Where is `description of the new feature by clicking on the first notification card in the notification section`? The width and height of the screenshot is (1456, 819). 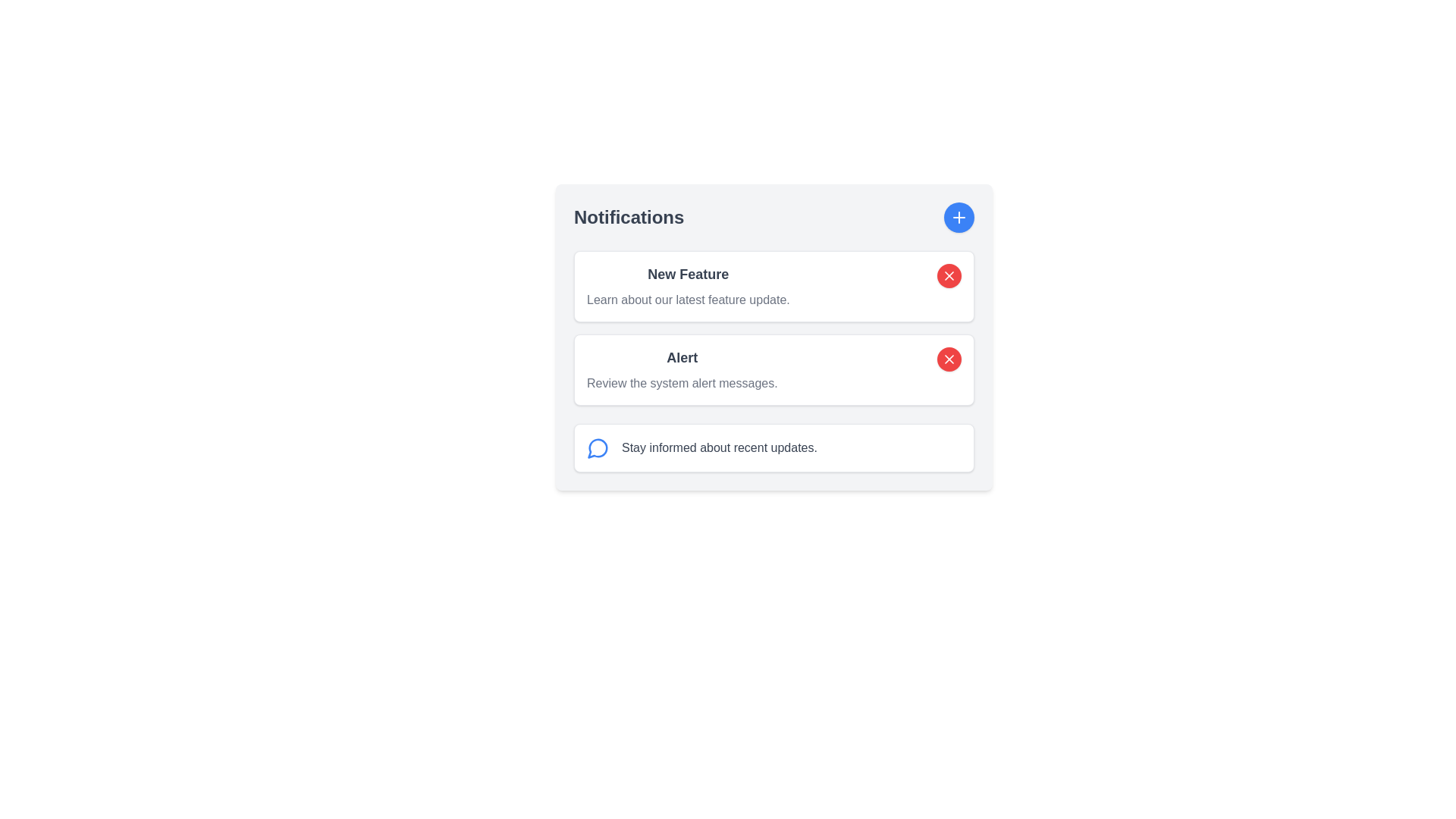
description of the new feature by clicking on the first notification card in the notification section is located at coordinates (774, 287).